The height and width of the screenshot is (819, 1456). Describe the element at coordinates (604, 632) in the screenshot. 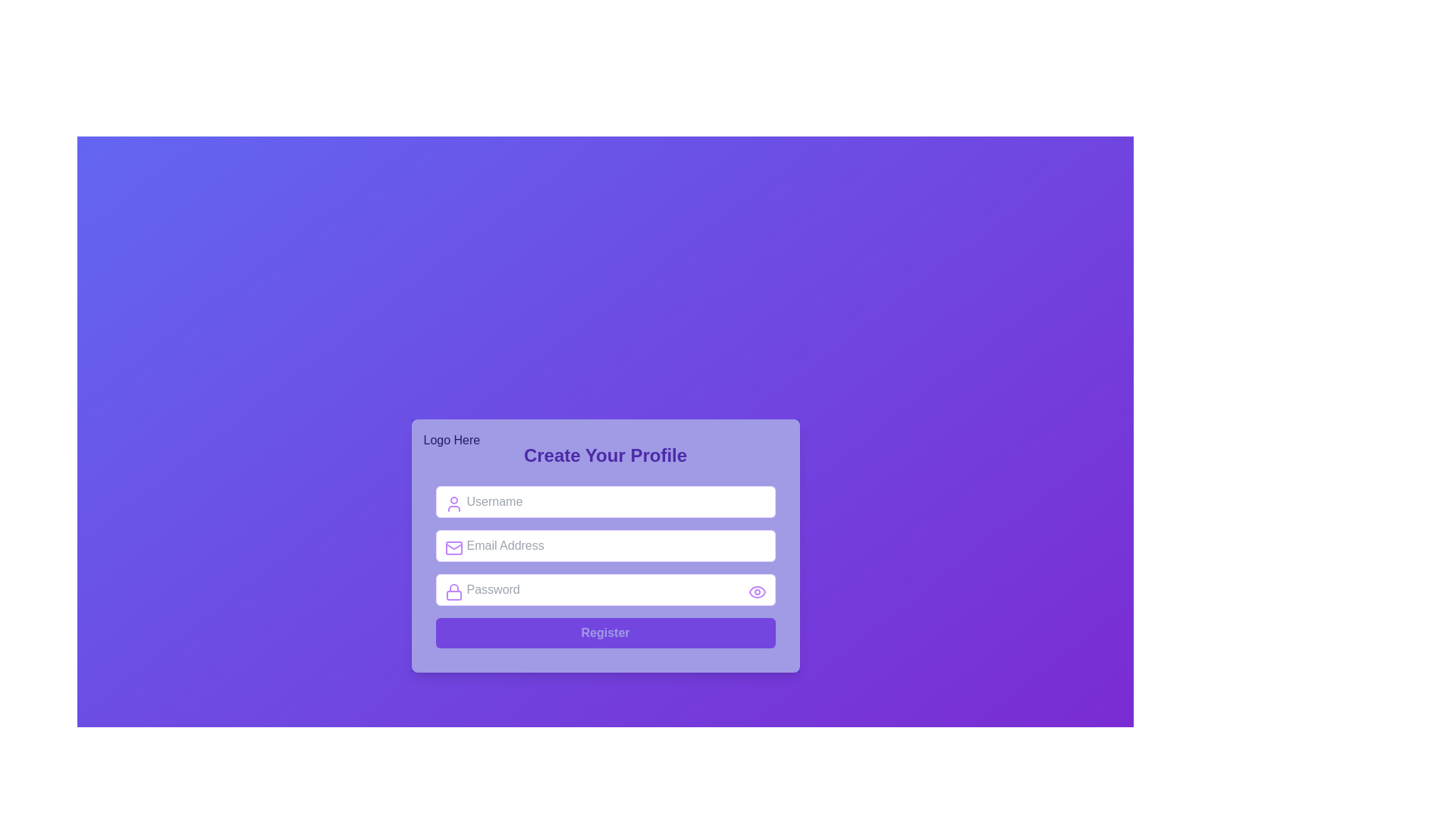

I see `the 'Register' button with a vivid purple background and white bold text located at the bottom of the form interface to highlight it` at that location.